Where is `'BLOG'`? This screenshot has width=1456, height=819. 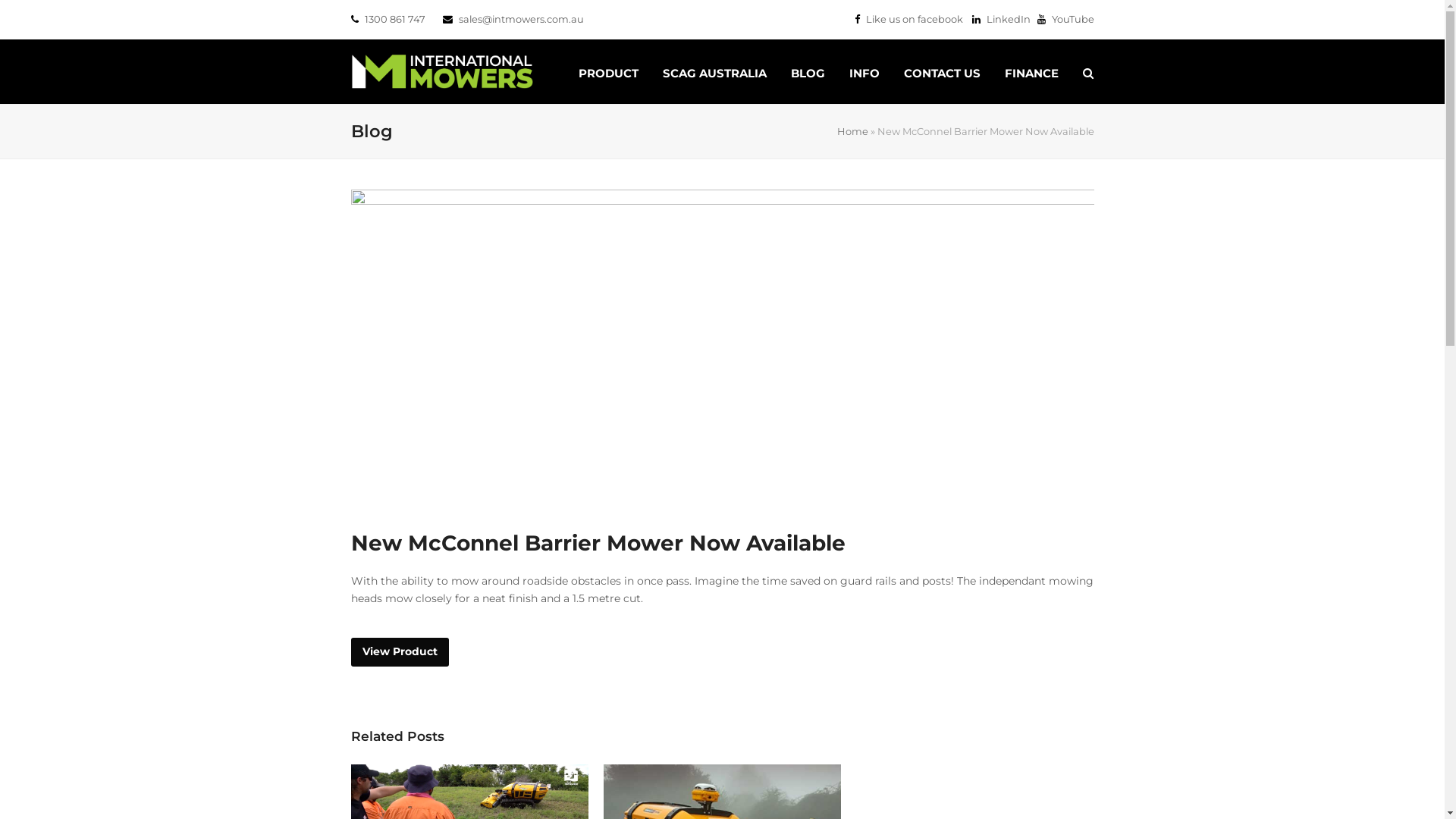
'BLOG' is located at coordinates (806, 71).